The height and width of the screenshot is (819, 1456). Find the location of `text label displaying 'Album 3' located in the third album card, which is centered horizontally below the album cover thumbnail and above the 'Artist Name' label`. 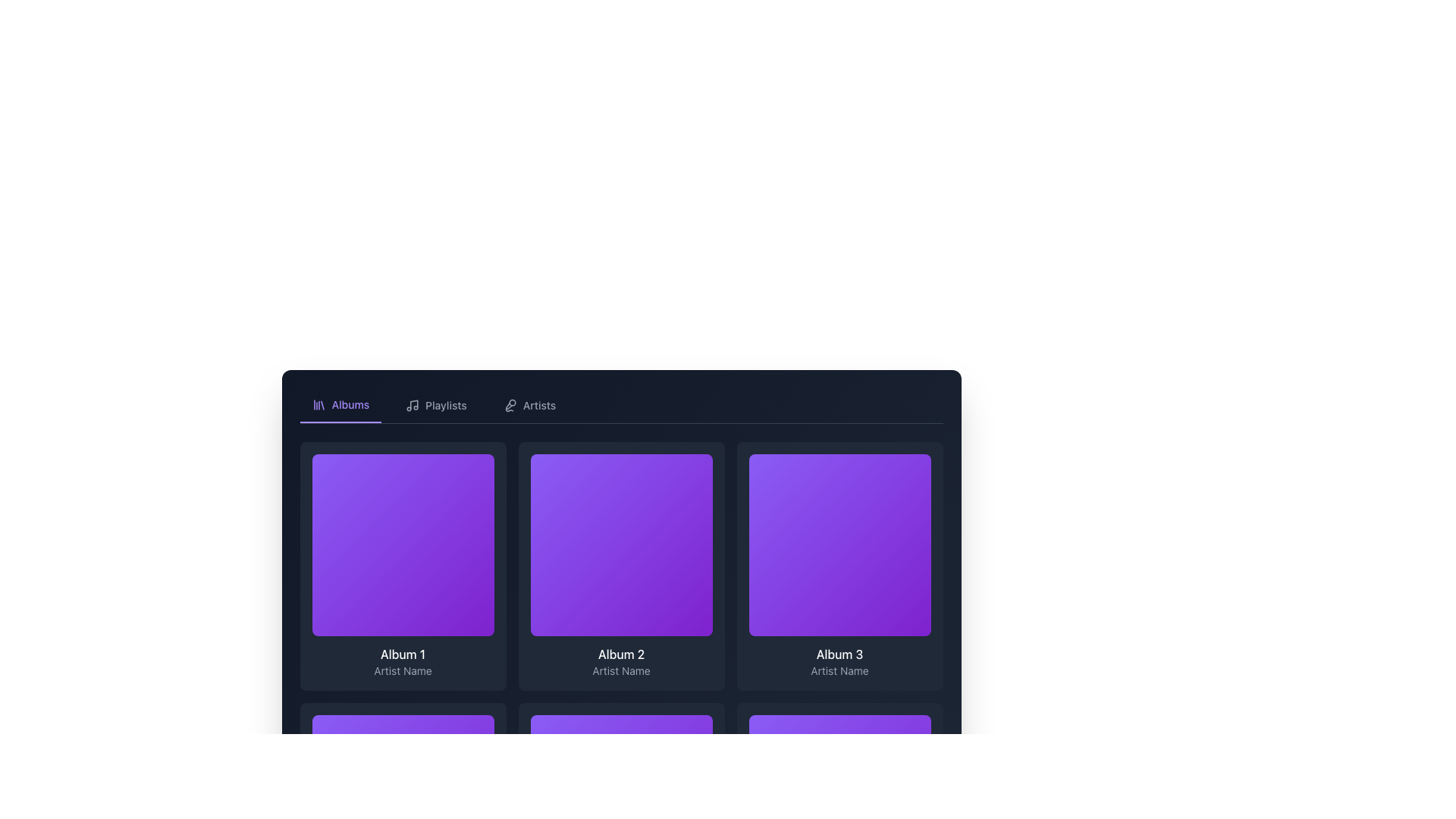

text label displaying 'Album 3' located in the third album card, which is centered horizontally below the album cover thumbnail and above the 'Artist Name' label is located at coordinates (839, 654).